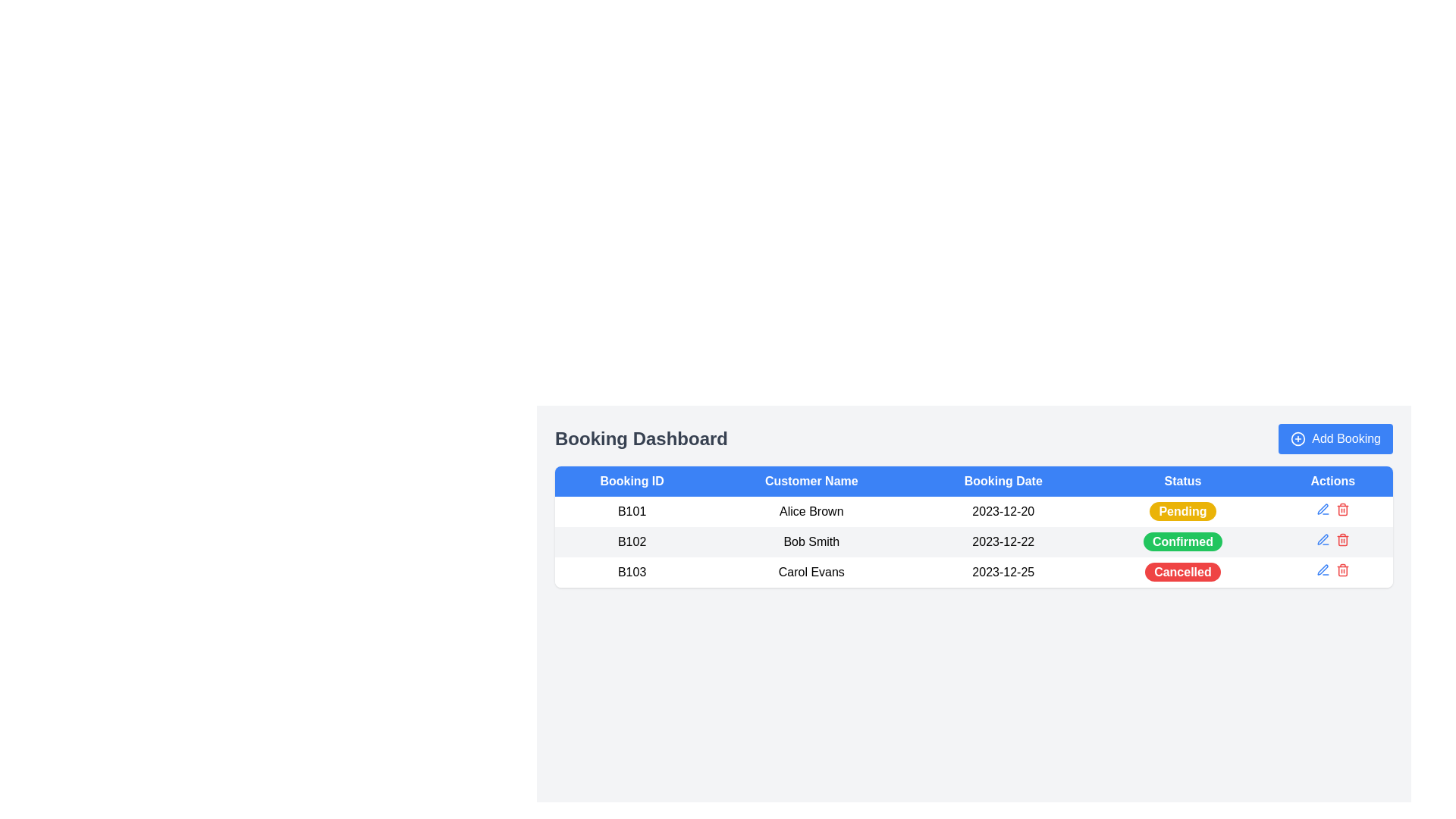 Image resolution: width=1456 pixels, height=819 pixels. I want to click on the 'Cancelled' status label located in the 'Status' column of the table for the record 'B103', so click(1182, 572).